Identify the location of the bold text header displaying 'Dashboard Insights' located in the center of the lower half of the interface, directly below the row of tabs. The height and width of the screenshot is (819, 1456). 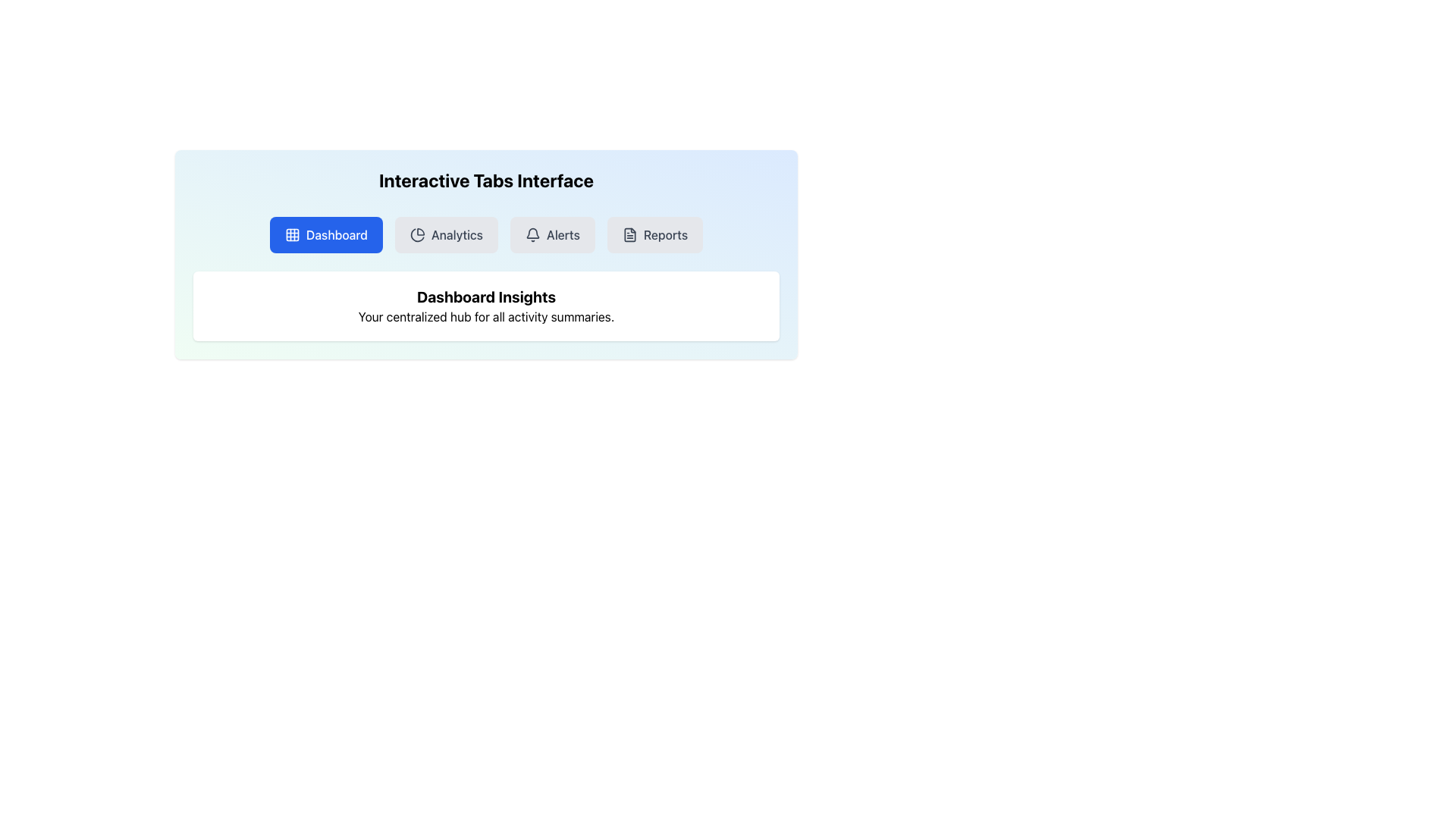
(486, 297).